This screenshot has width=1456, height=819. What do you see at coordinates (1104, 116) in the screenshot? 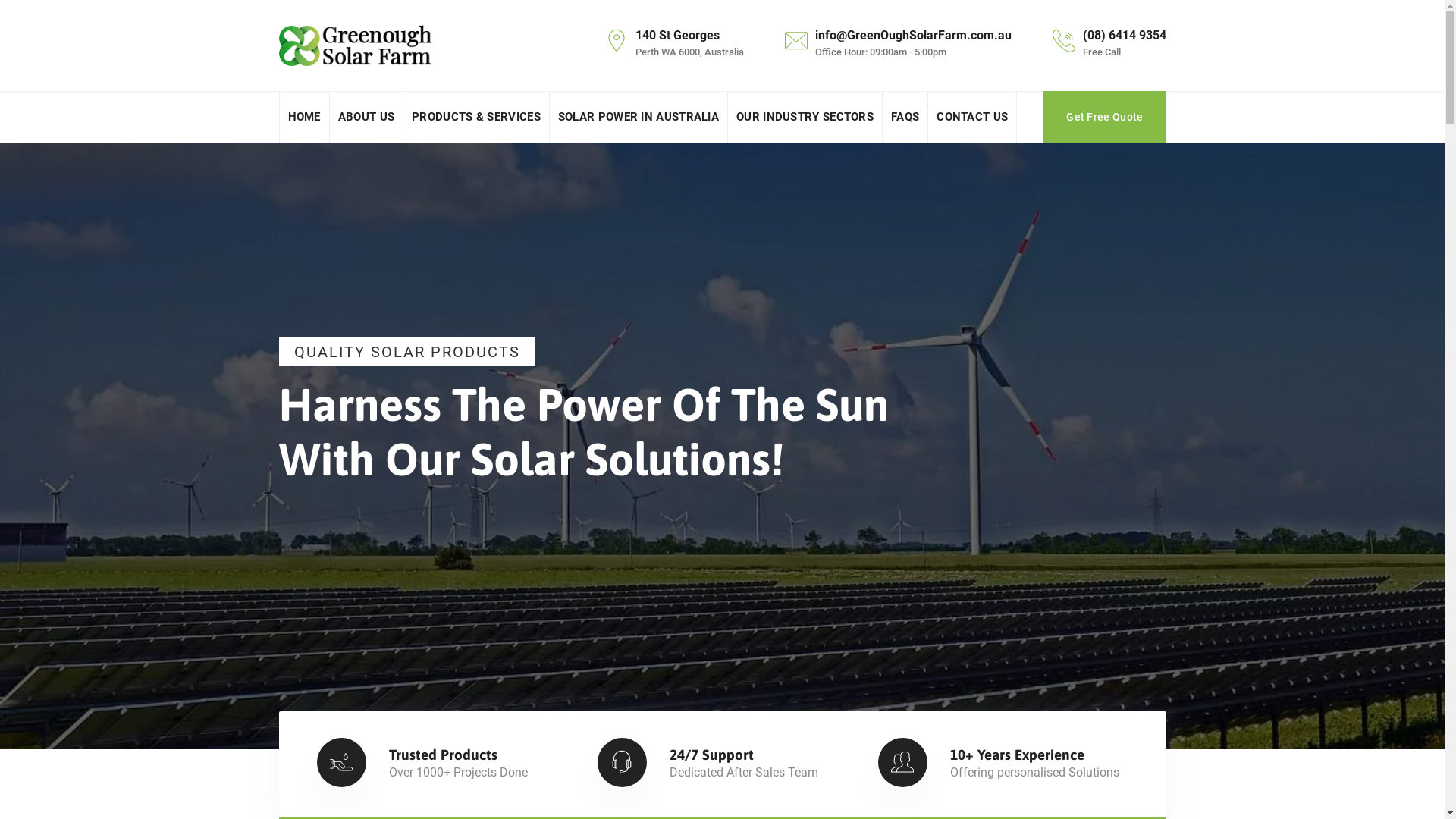
I see `'Get Free Quote'` at bounding box center [1104, 116].